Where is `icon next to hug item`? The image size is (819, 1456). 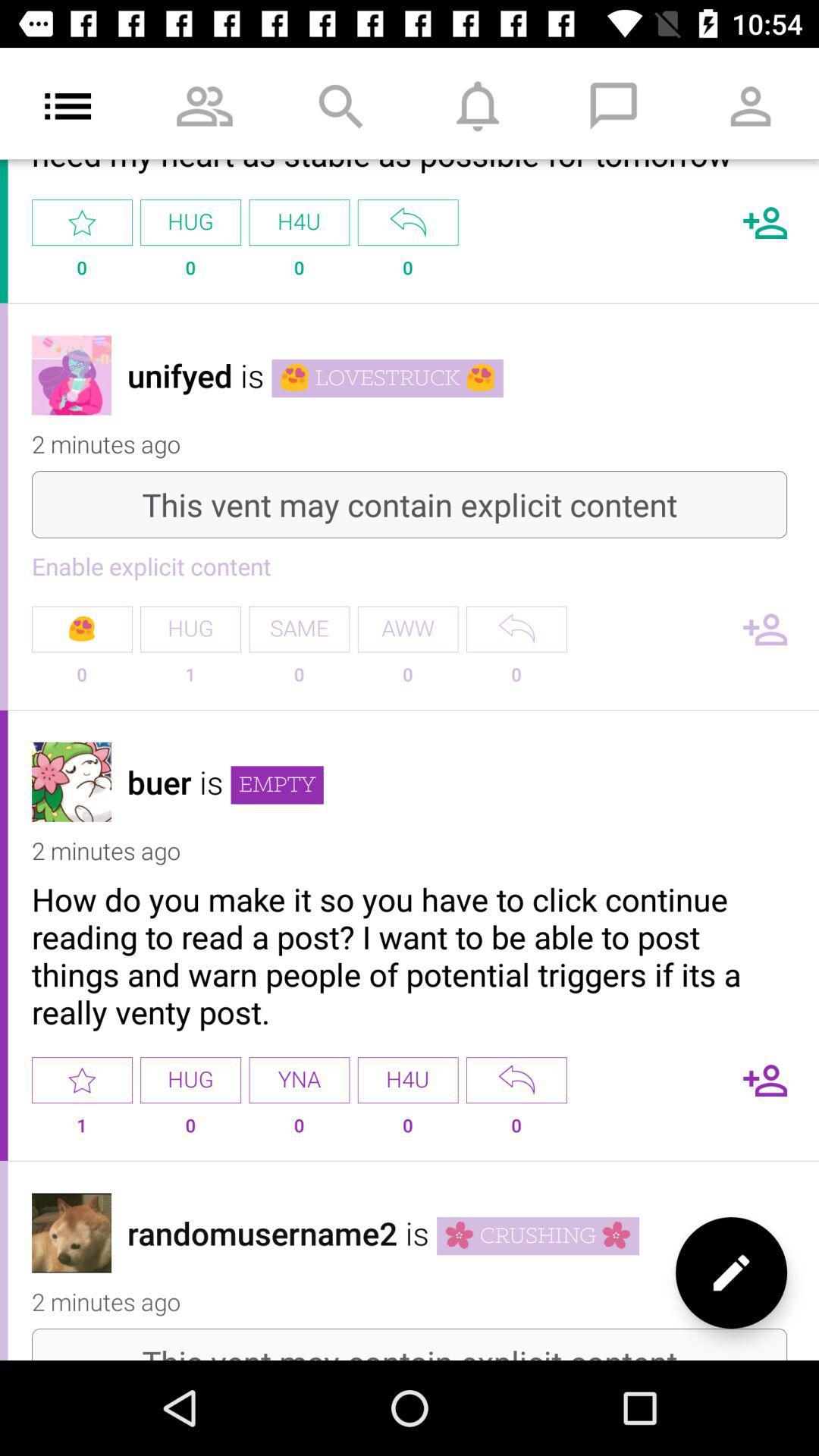
icon next to hug item is located at coordinates (299, 629).